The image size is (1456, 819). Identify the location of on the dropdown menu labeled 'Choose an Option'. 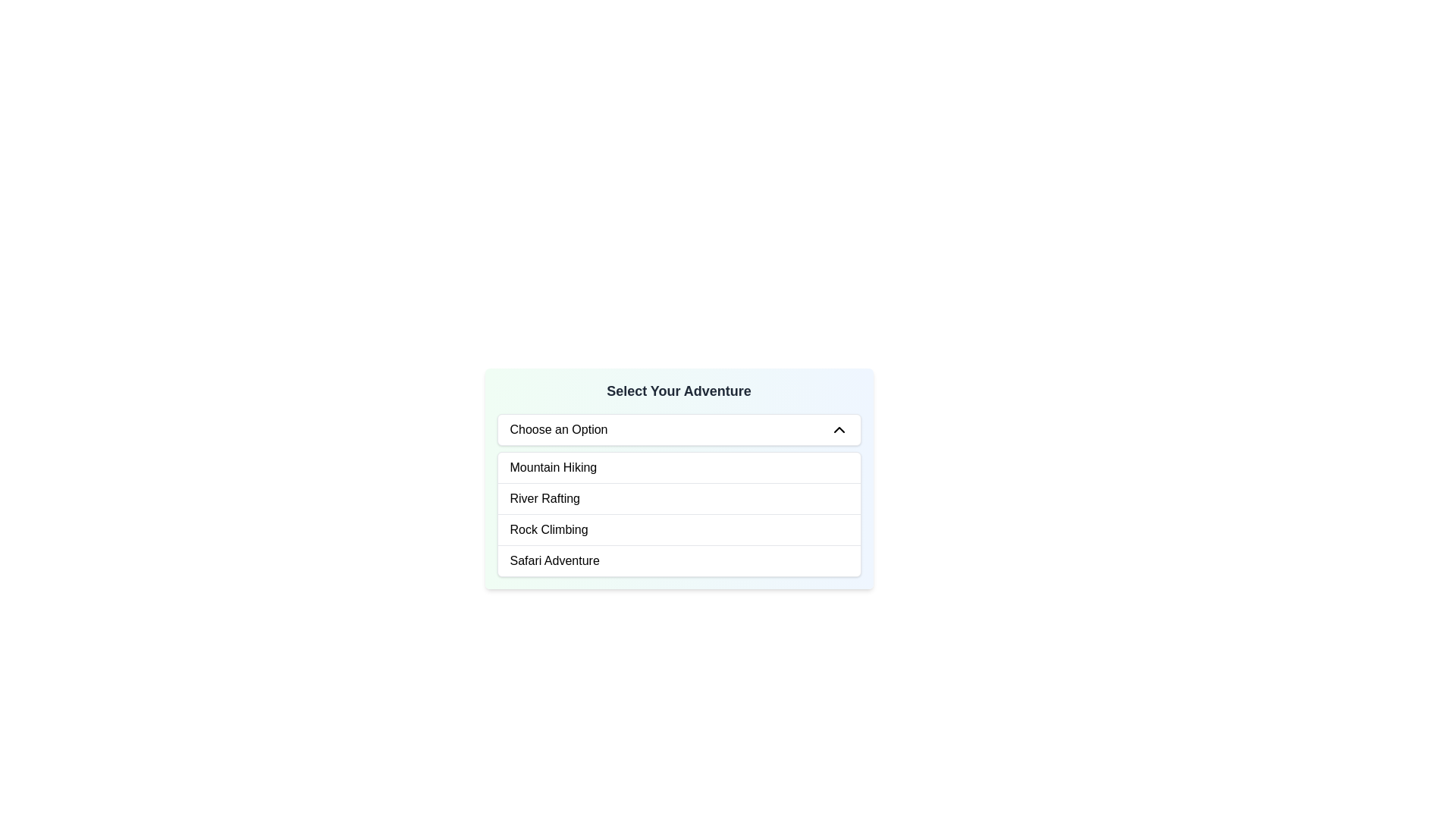
(678, 430).